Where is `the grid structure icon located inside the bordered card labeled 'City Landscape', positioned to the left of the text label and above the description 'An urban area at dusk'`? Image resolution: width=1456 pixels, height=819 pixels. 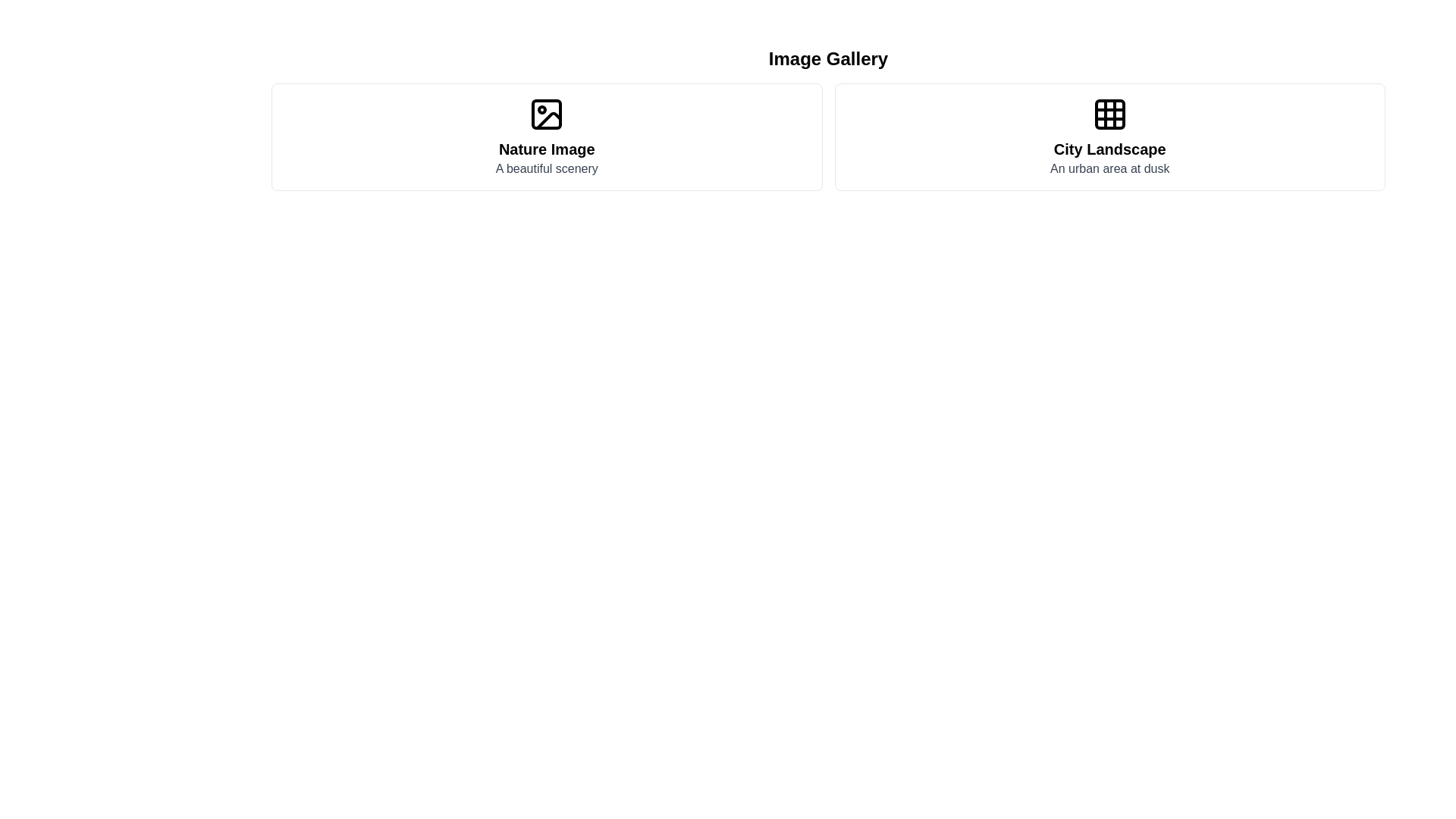
the grid structure icon located inside the bordered card labeled 'City Landscape', positioned to the left of the text label and above the description 'An urban area at dusk' is located at coordinates (1109, 113).